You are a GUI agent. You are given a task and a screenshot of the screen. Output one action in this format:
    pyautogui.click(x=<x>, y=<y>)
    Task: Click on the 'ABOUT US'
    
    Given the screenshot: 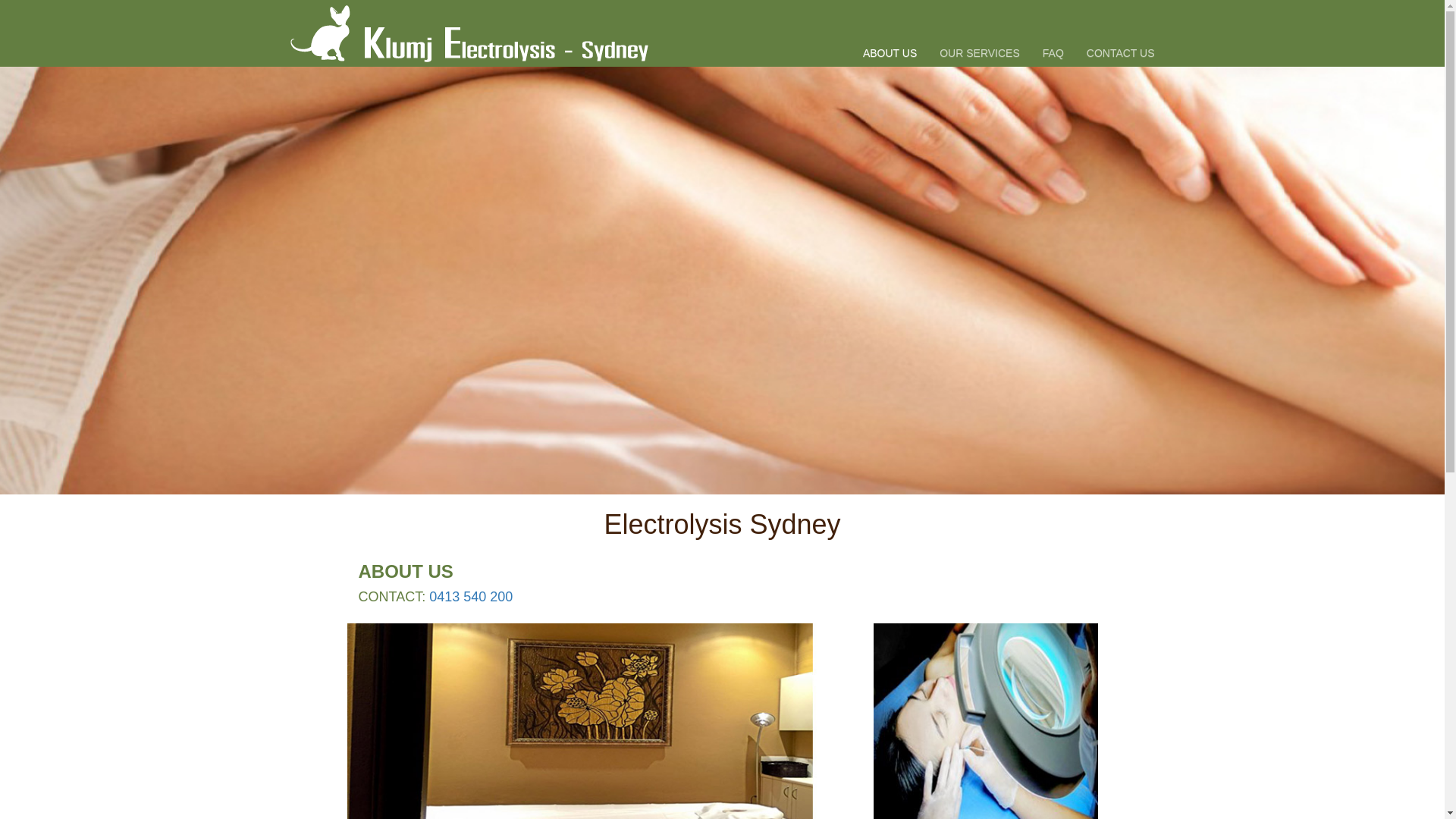 What is the action you would take?
    pyautogui.click(x=890, y=33)
    